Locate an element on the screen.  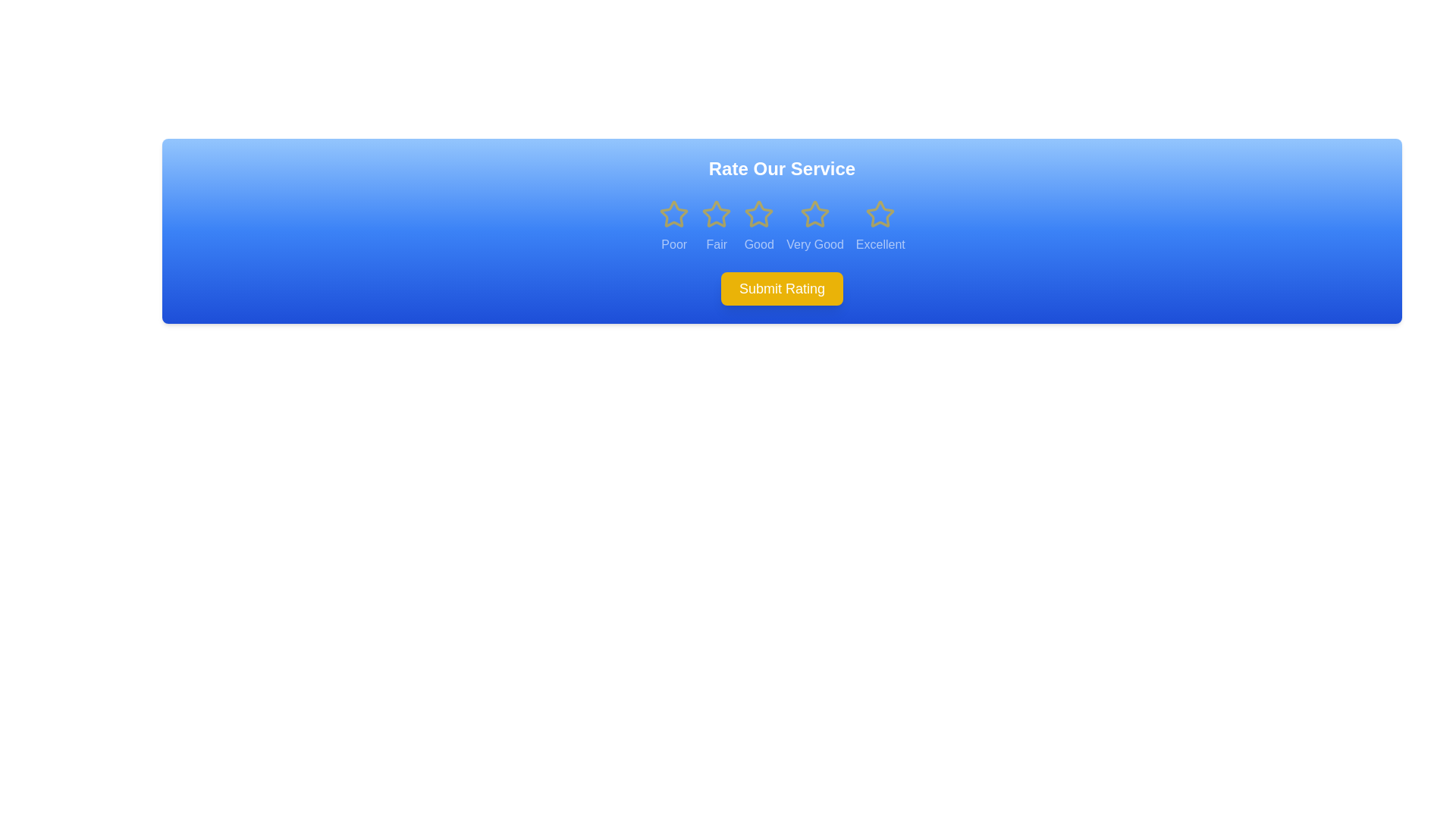
the third star icon from the left in the rating system is located at coordinates (759, 213).